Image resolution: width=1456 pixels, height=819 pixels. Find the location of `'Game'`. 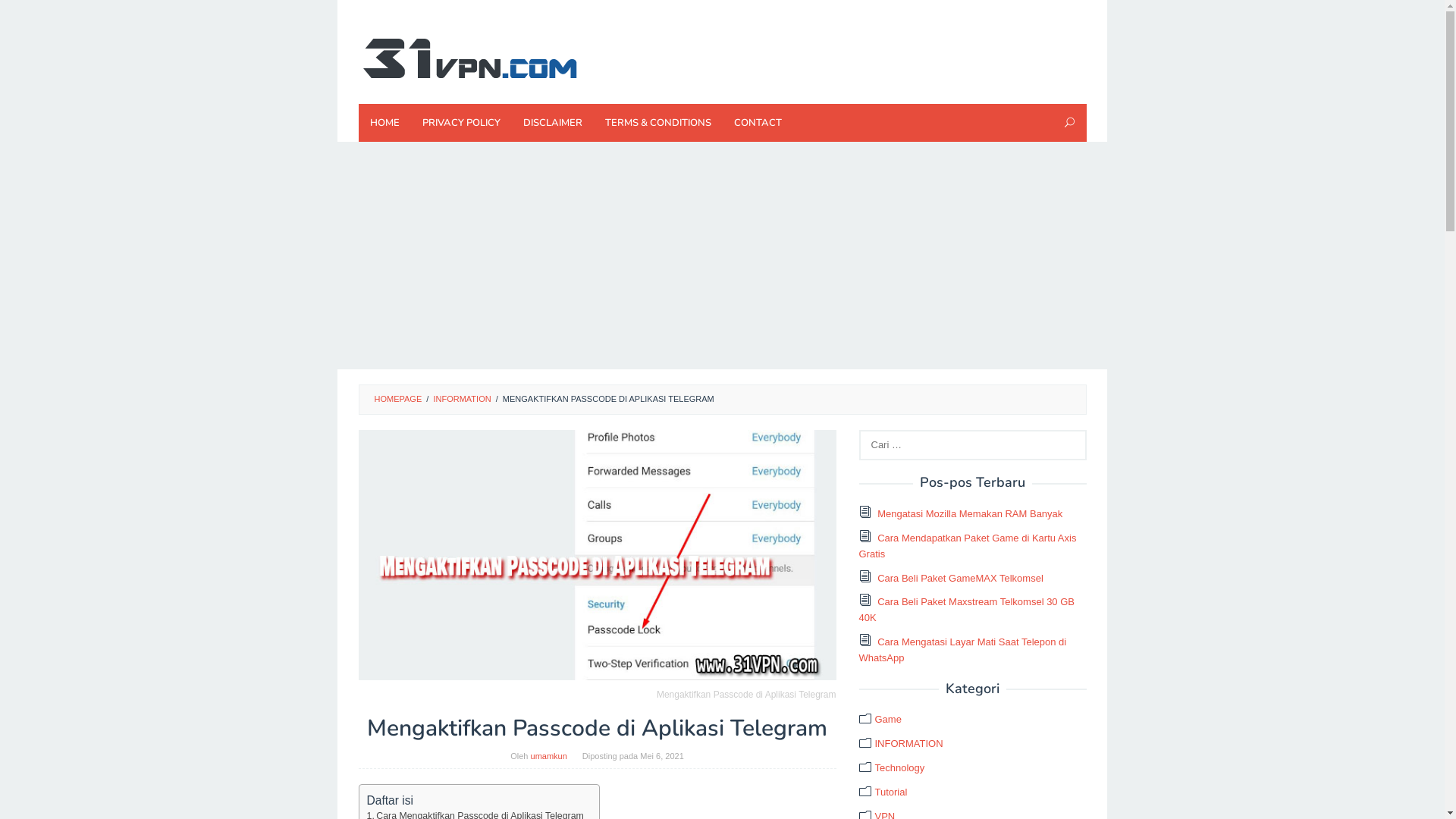

'Game' is located at coordinates (888, 718).